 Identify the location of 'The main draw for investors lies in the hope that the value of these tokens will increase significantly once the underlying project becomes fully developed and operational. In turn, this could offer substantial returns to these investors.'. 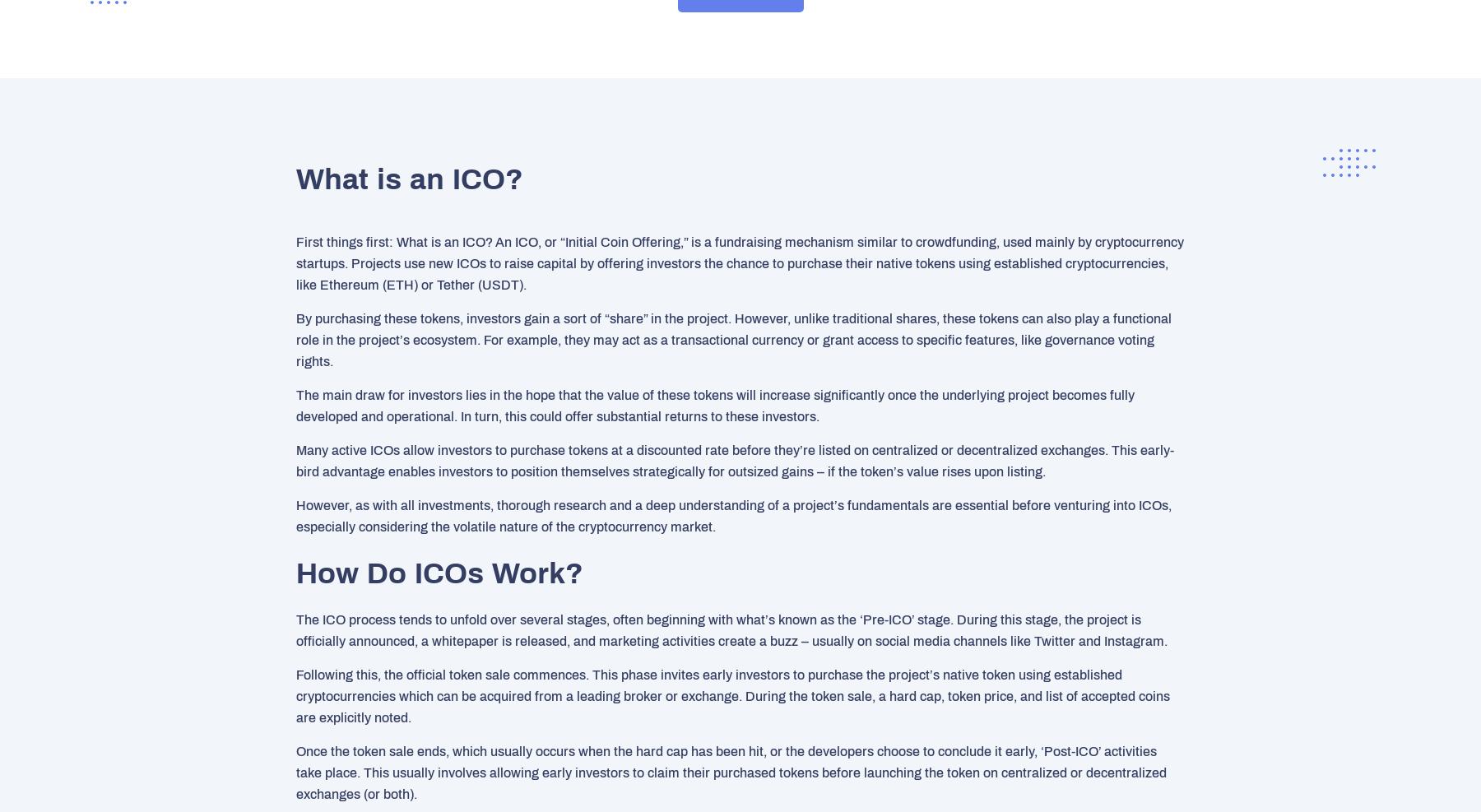
(715, 404).